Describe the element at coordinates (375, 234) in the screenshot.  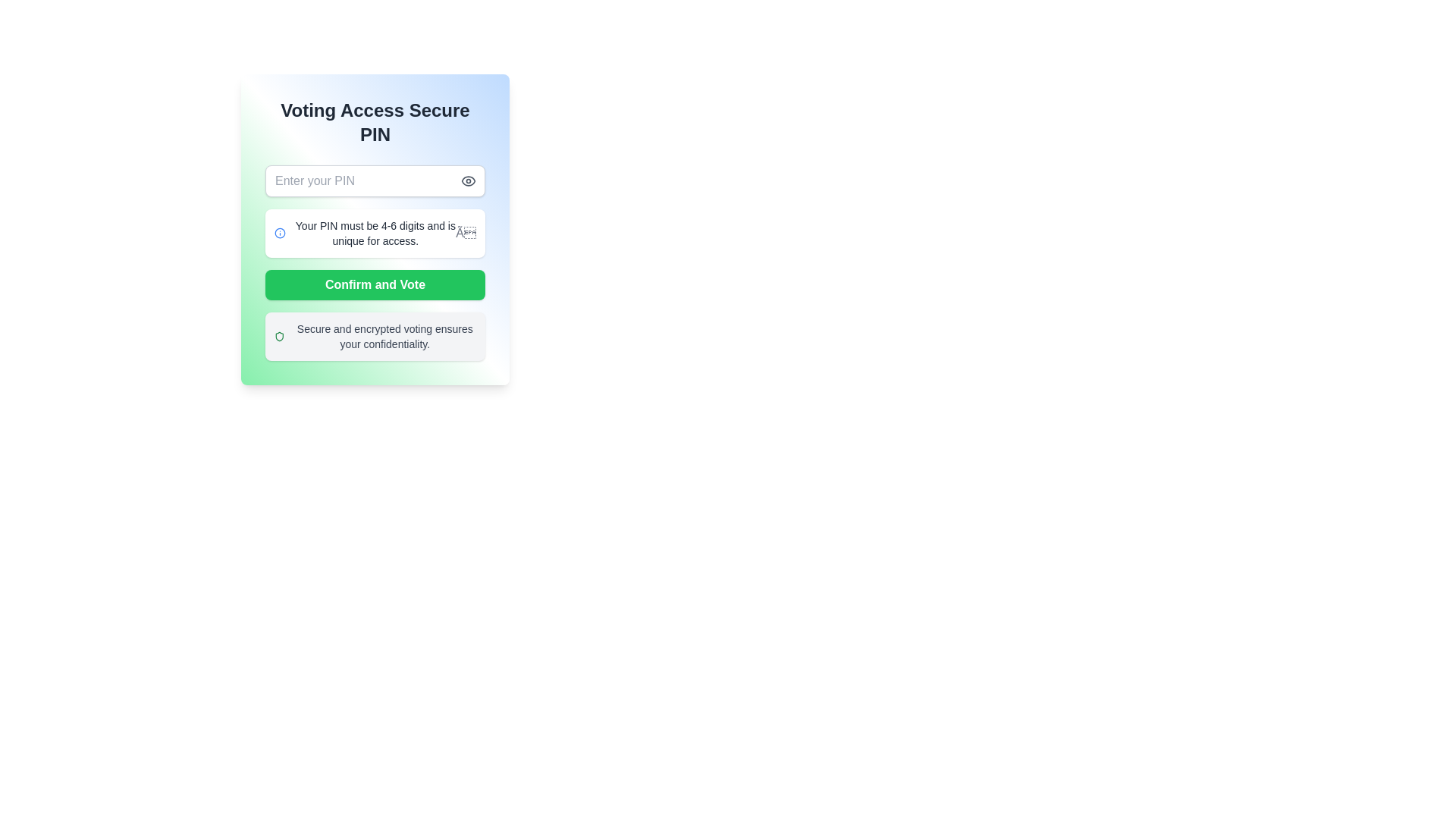
I see `the text label displaying 'Your PIN must be 4-6 digits and is unique for access.'` at that location.